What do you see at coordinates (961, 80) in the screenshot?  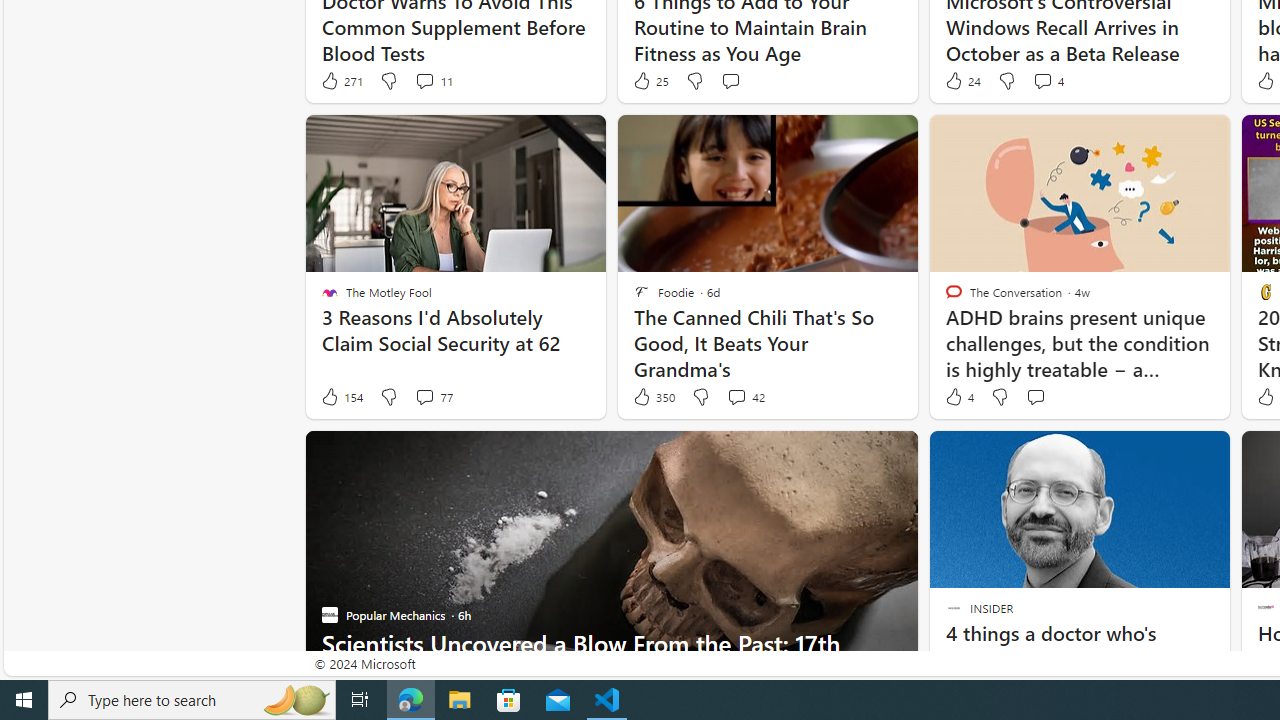 I see `'24 Like'` at bounding box center [961, 80].